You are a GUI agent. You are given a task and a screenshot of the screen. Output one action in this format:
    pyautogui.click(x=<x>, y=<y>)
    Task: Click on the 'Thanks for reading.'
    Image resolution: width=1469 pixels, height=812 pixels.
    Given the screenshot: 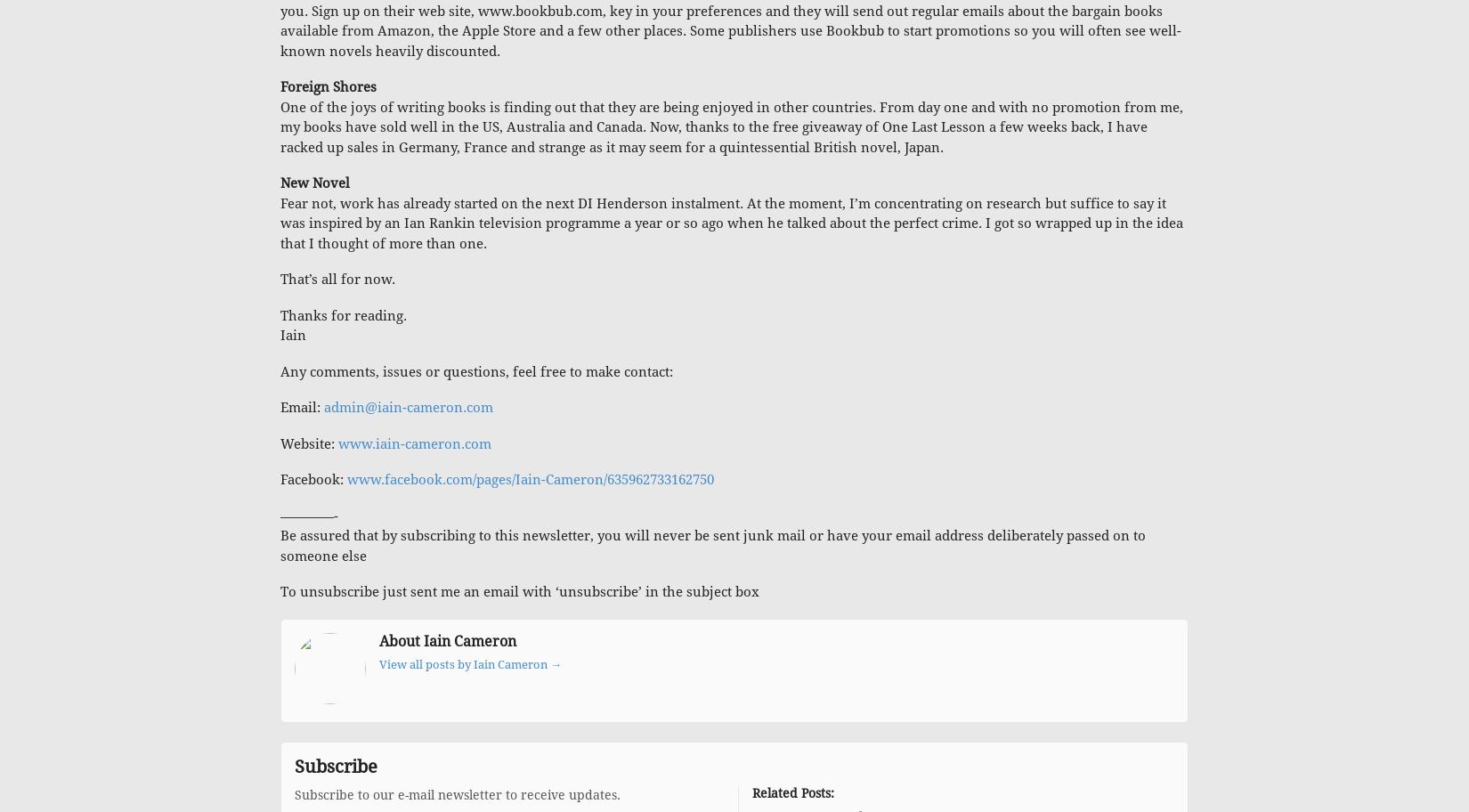 What is the action you would take?
    pyautogui.click(x=343, y=314)
    